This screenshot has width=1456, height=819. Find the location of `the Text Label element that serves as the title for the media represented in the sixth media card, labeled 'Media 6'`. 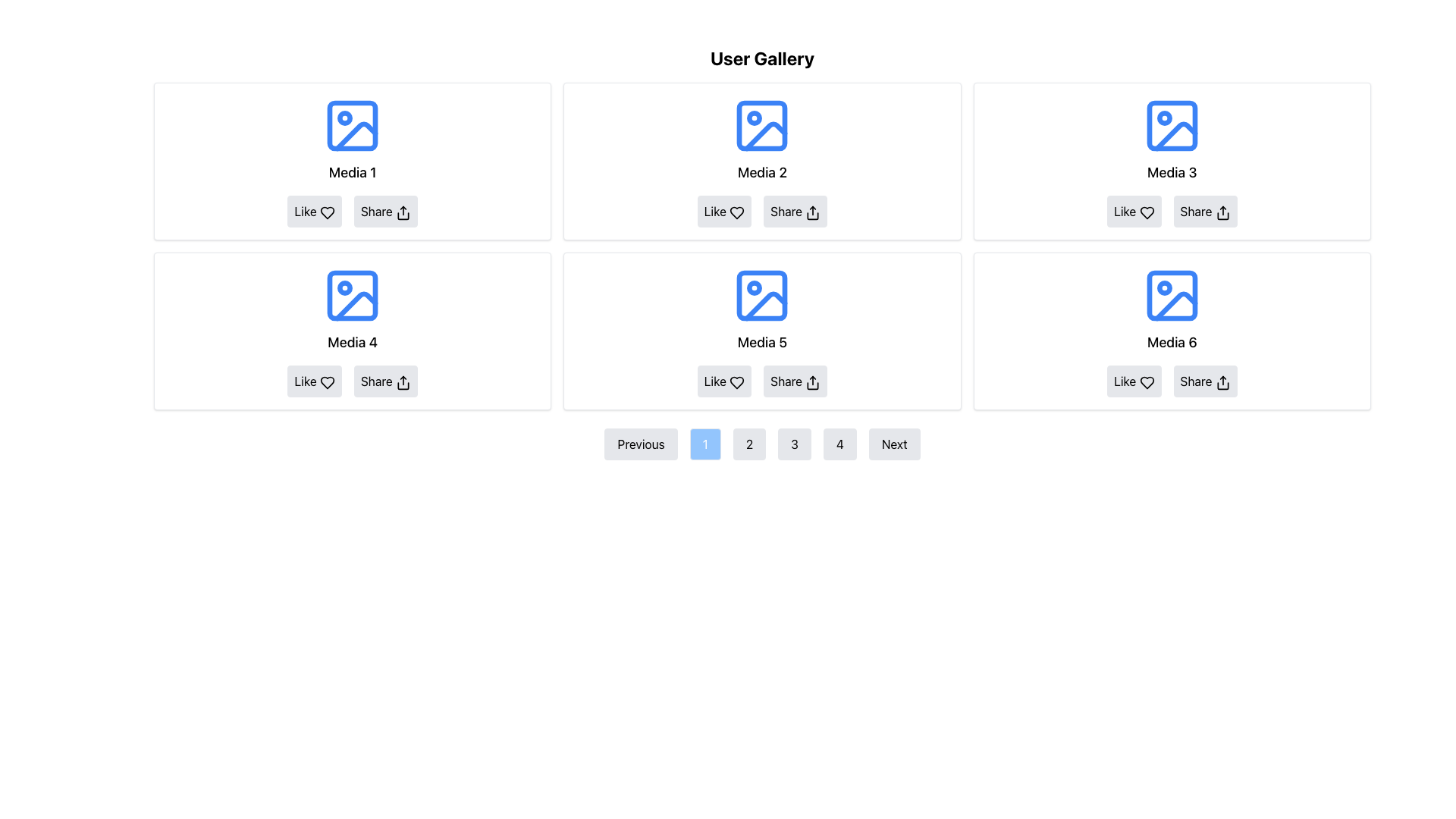

the Text Label element that serves as the title for the media represented in the sixth media card, labeled 'Media 6' is located at coordinates (1171, 342).